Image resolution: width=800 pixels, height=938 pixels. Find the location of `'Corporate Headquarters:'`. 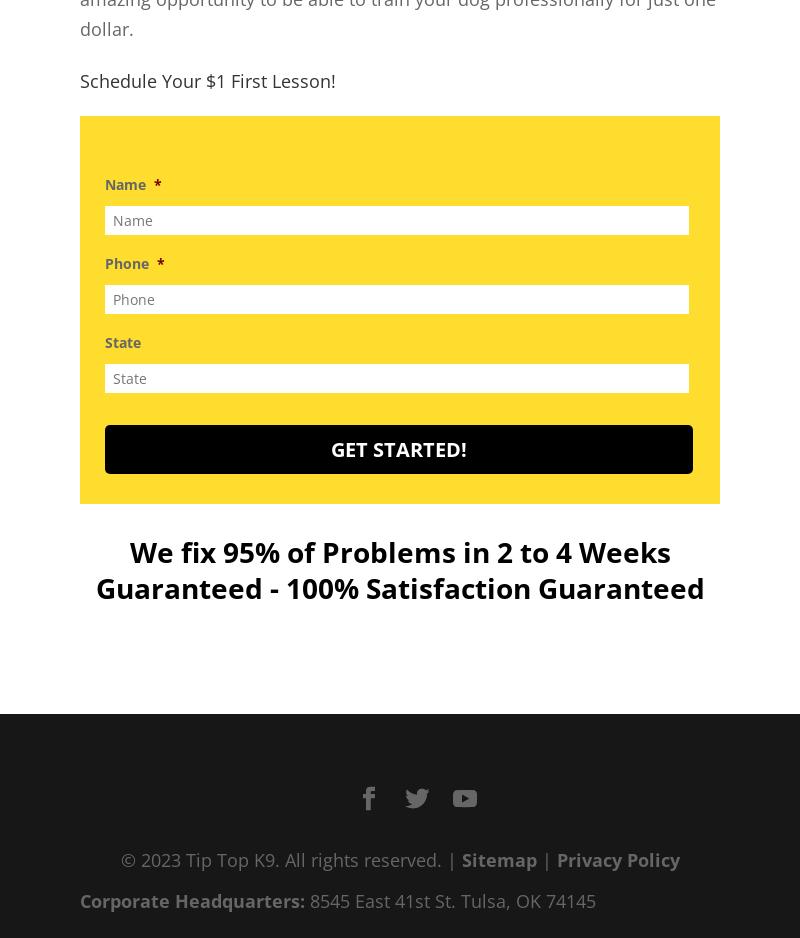

'Corporate Headquarters:' is located at coordinates (191, 901).